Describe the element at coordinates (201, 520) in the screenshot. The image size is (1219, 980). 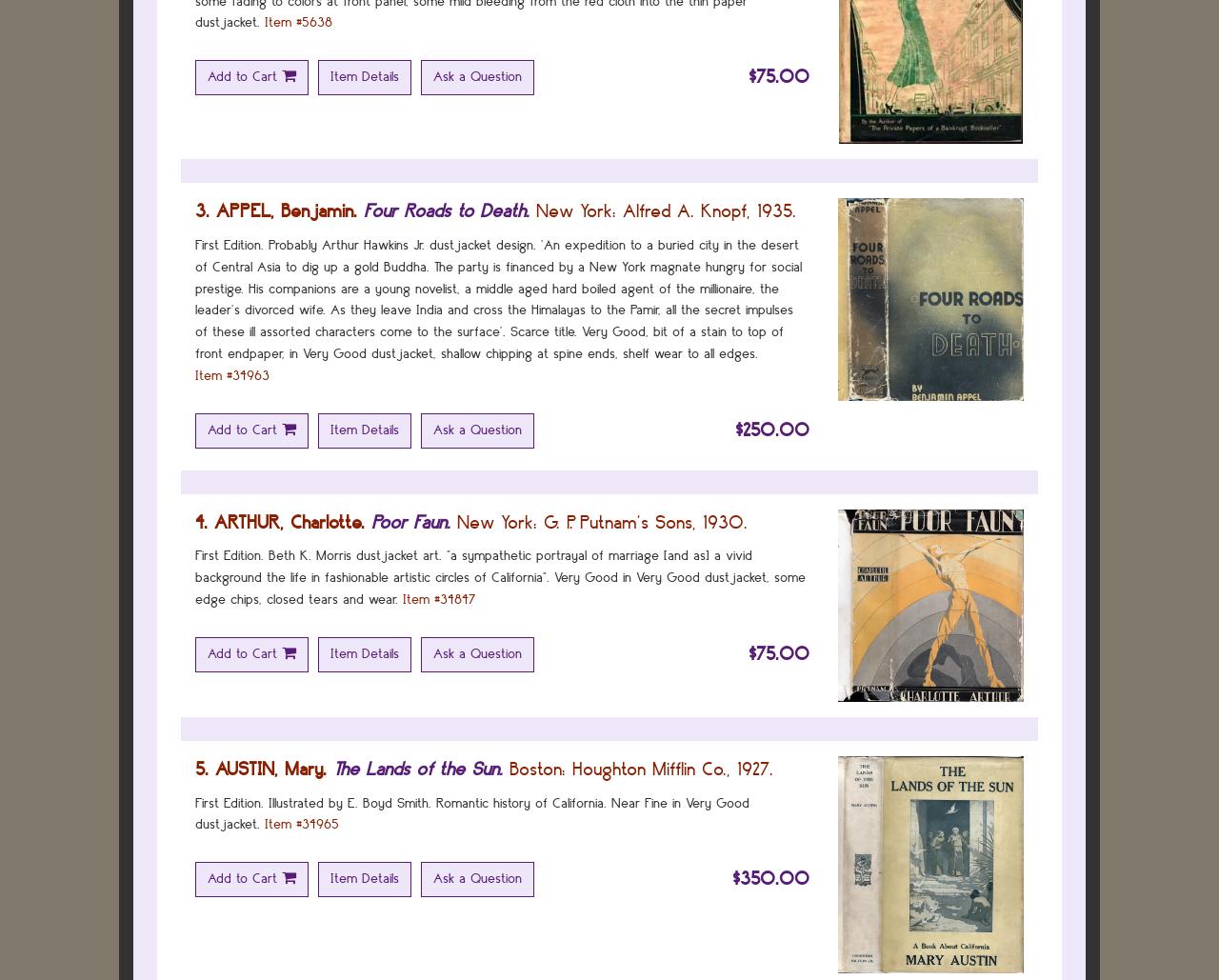
I see `'4.'` at that location.